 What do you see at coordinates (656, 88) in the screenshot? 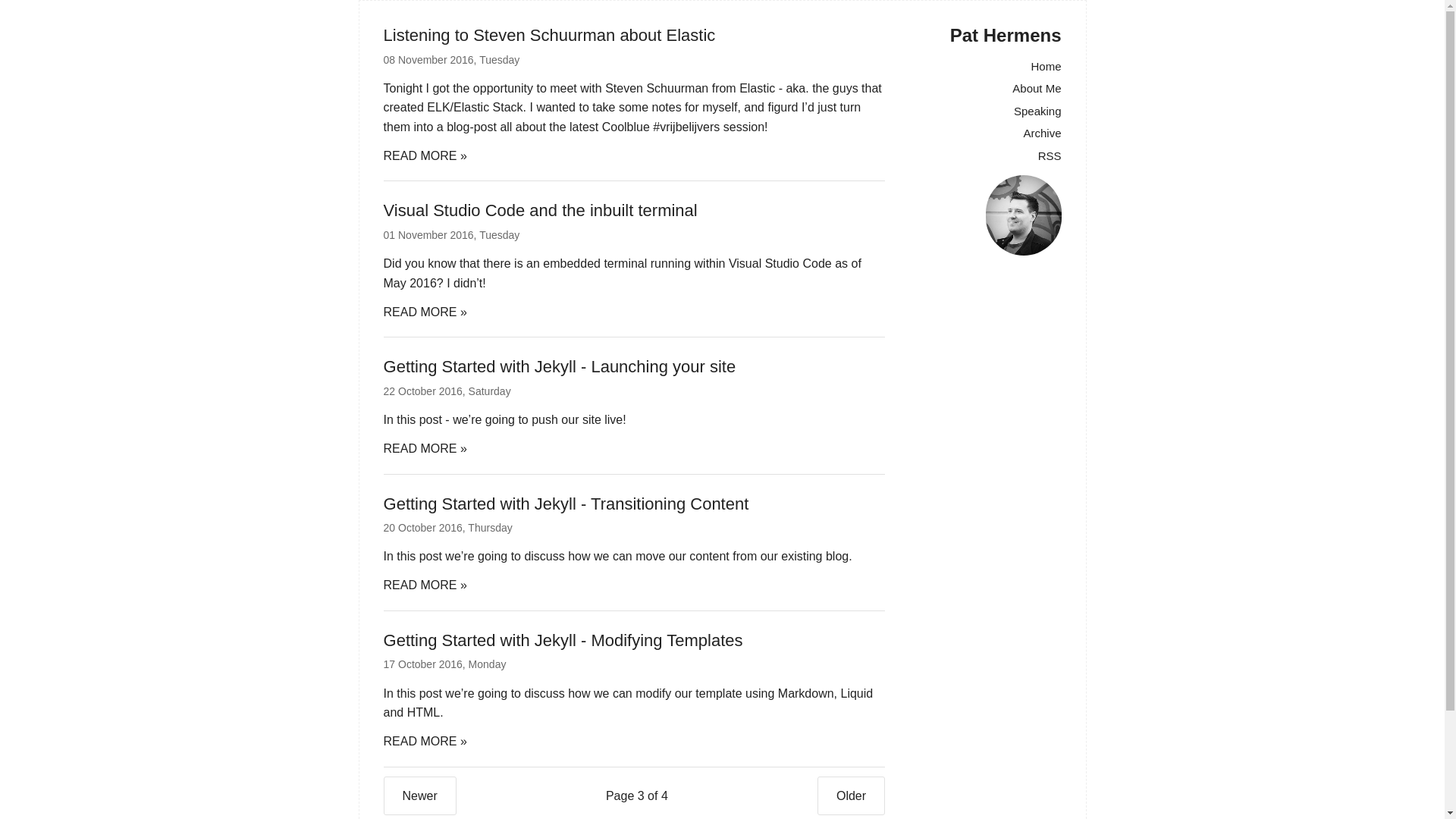
I see `'Steven Schuurman'` at bounding box center [656, 88].